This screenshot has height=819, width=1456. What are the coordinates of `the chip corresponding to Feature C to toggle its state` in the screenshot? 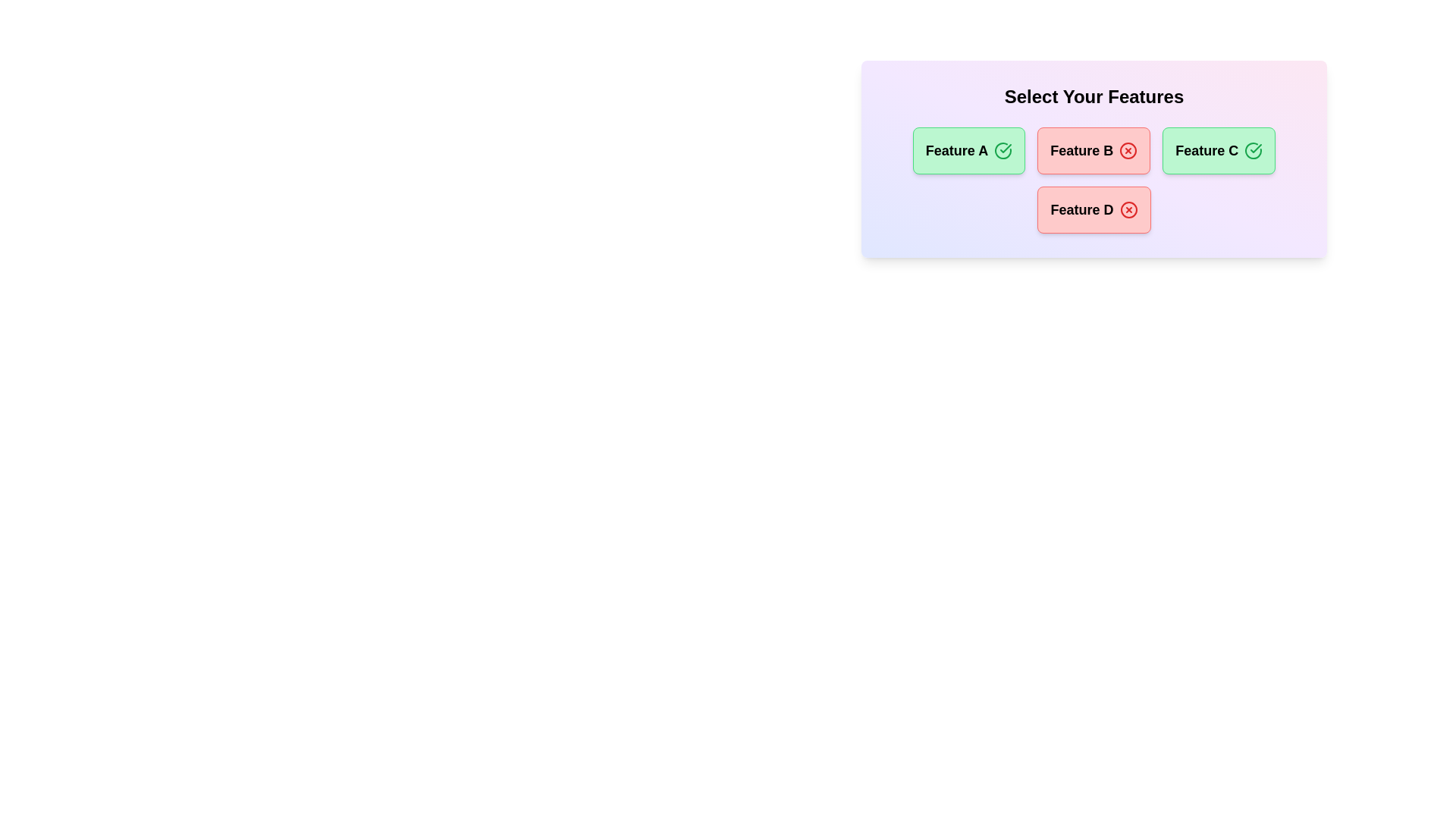 It's located at (1219, 151).